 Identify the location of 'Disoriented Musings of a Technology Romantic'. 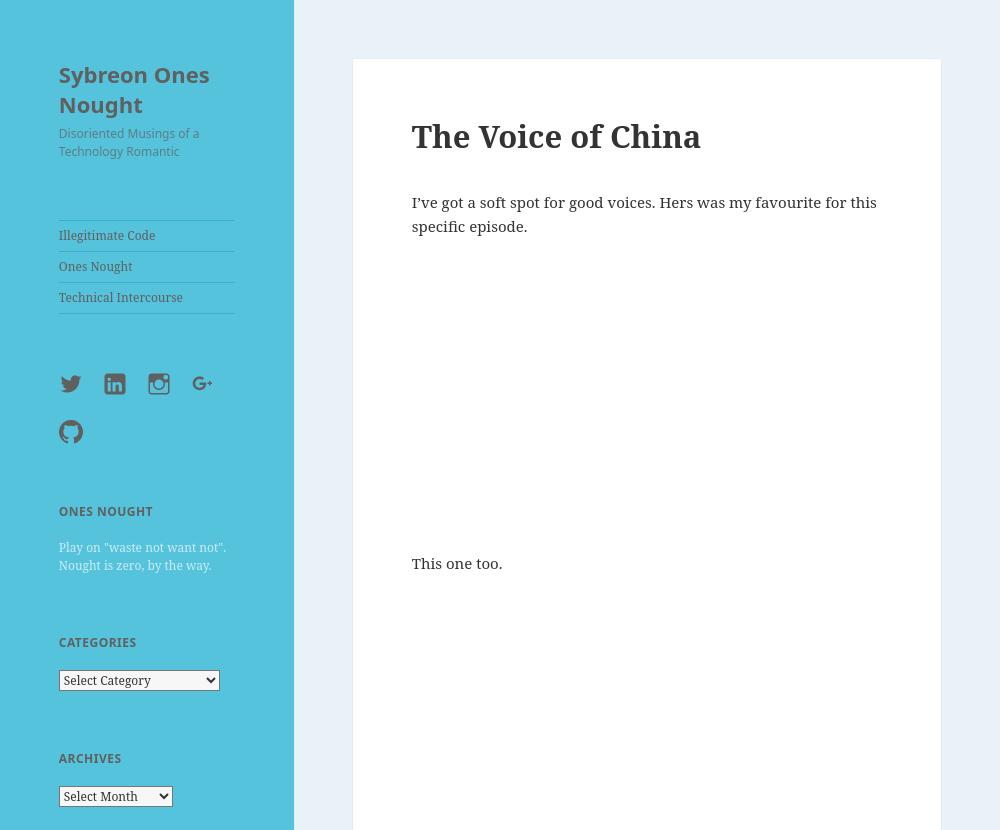
(128, 140).